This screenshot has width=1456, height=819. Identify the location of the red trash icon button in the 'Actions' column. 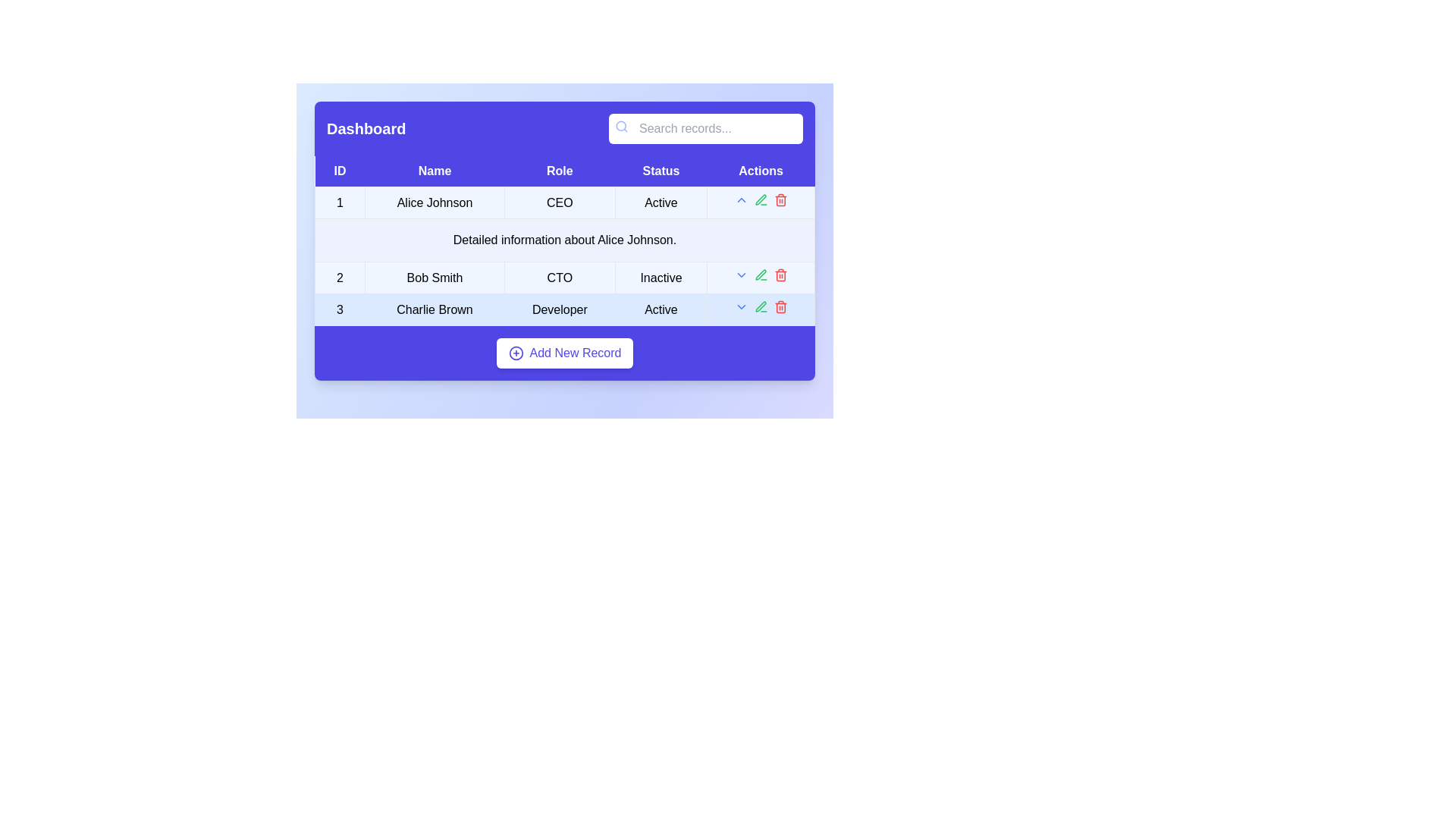
(780, 275).